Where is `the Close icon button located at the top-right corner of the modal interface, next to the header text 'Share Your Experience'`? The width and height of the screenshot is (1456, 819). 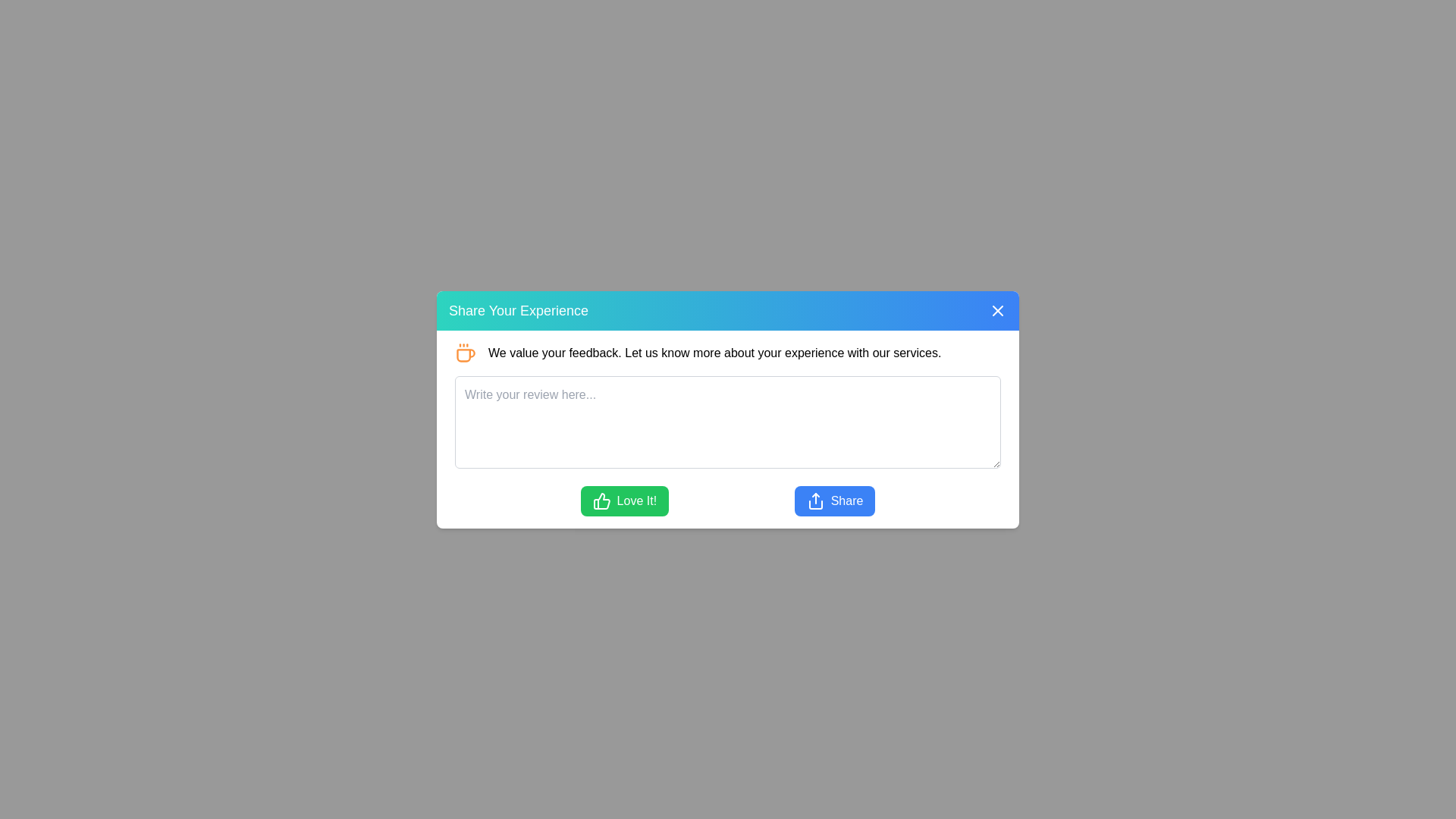 the Close icon button located at the top-right corner of the modal interface, next to the header text 'Share Your Experience' is located at coordinates (997, 309).